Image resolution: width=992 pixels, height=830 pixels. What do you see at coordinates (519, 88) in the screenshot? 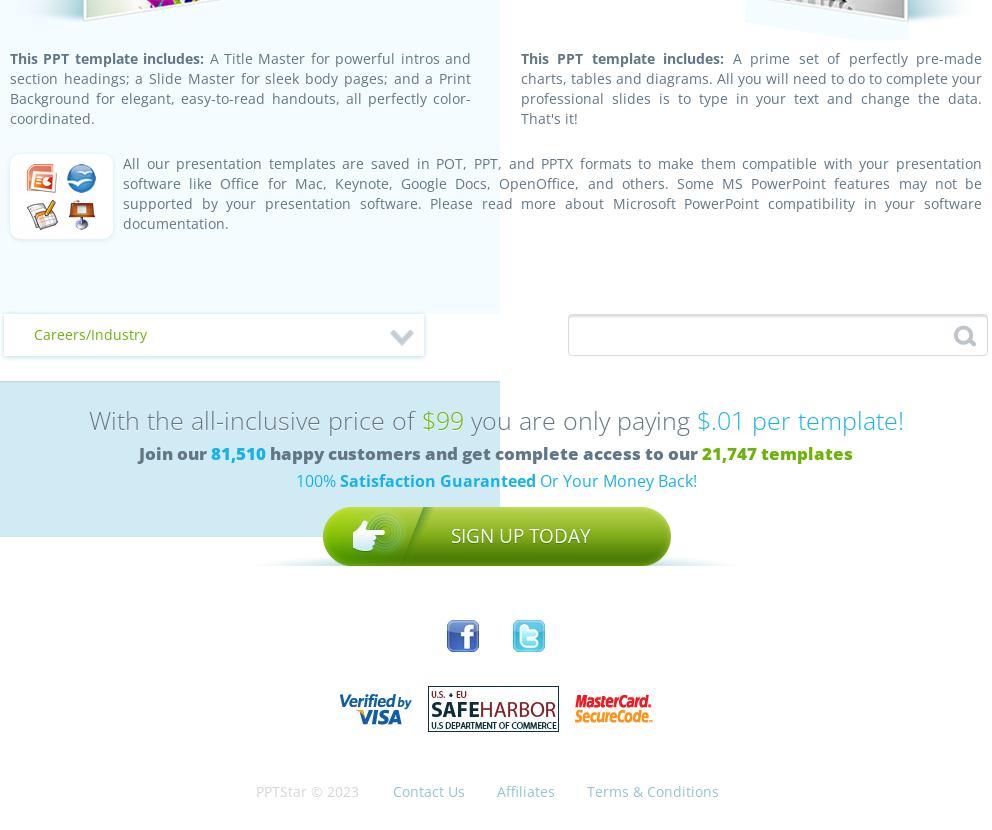
I see `'A prime set of perfectly pre-made charts, tables and diagrams. All you will need to do to complete your professional slides is to type in your text and change the data. That's it!'` at bounding box center [519, 88].